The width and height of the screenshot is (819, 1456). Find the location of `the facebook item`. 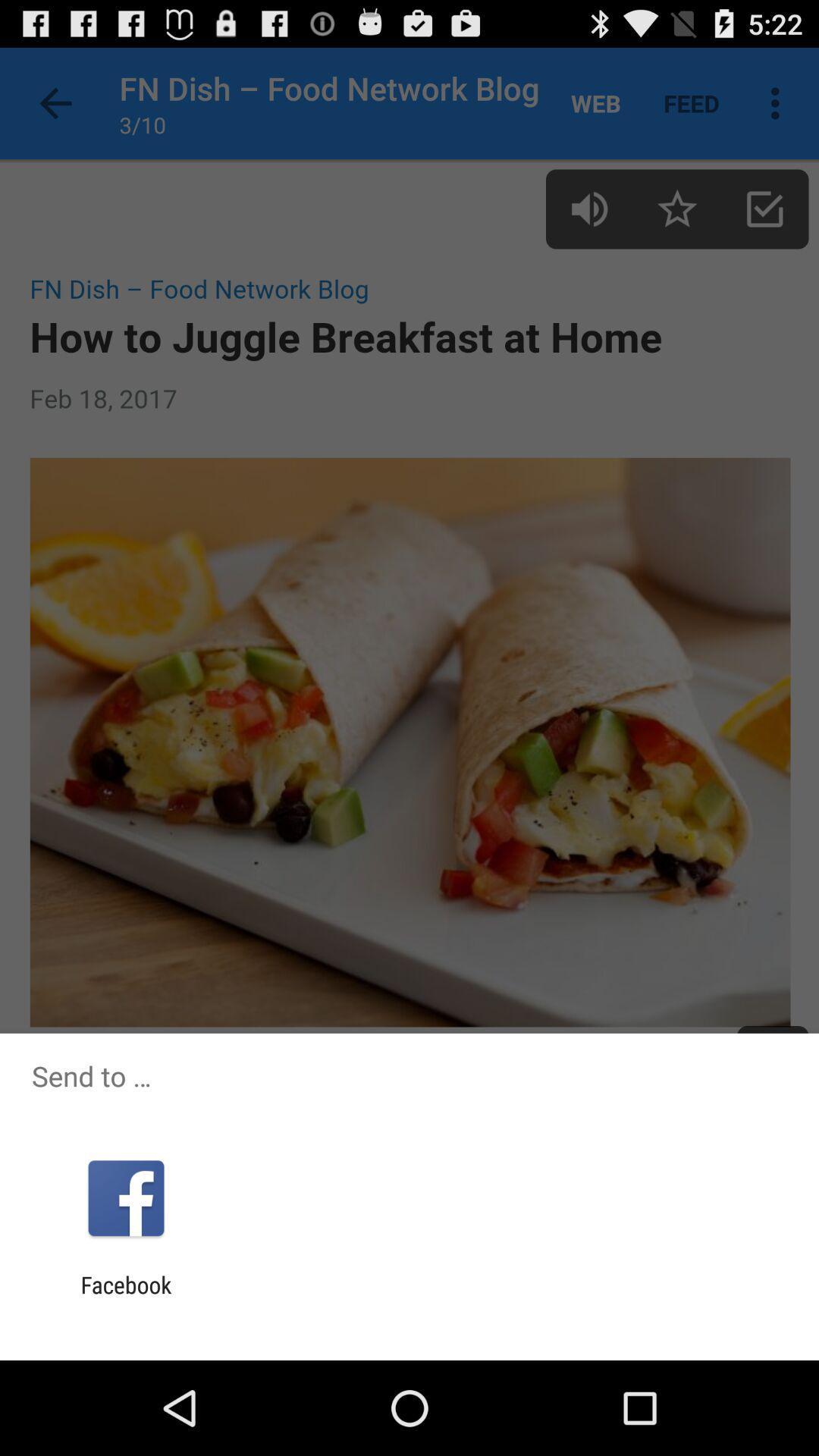

the facebook item is located at coordinates (125, 1298).